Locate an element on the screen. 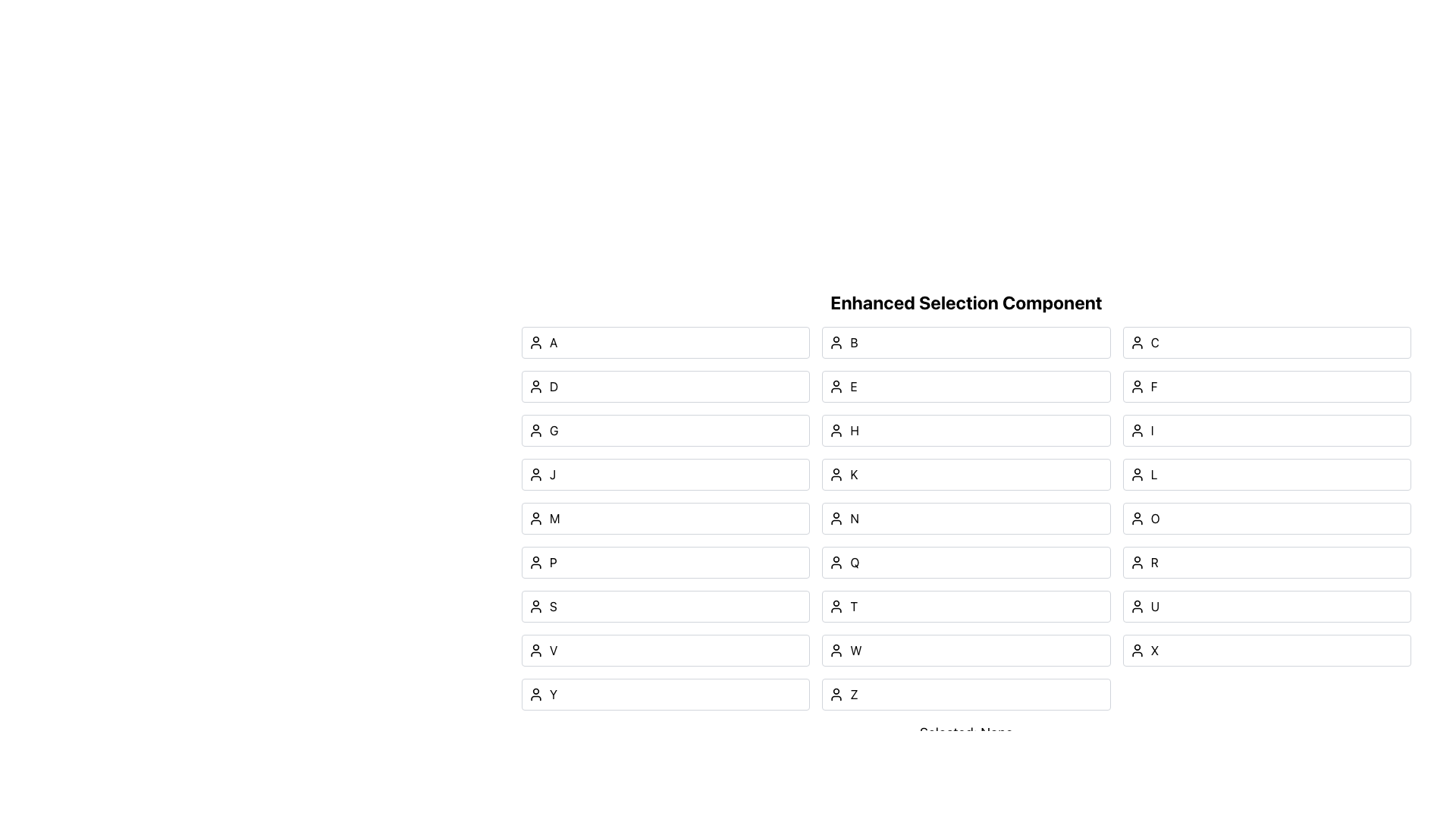  the button labeled 'U' located in the bottom-right section of the grid, specifically in the third column of the eighth row is located at coordinates (1266, 605).